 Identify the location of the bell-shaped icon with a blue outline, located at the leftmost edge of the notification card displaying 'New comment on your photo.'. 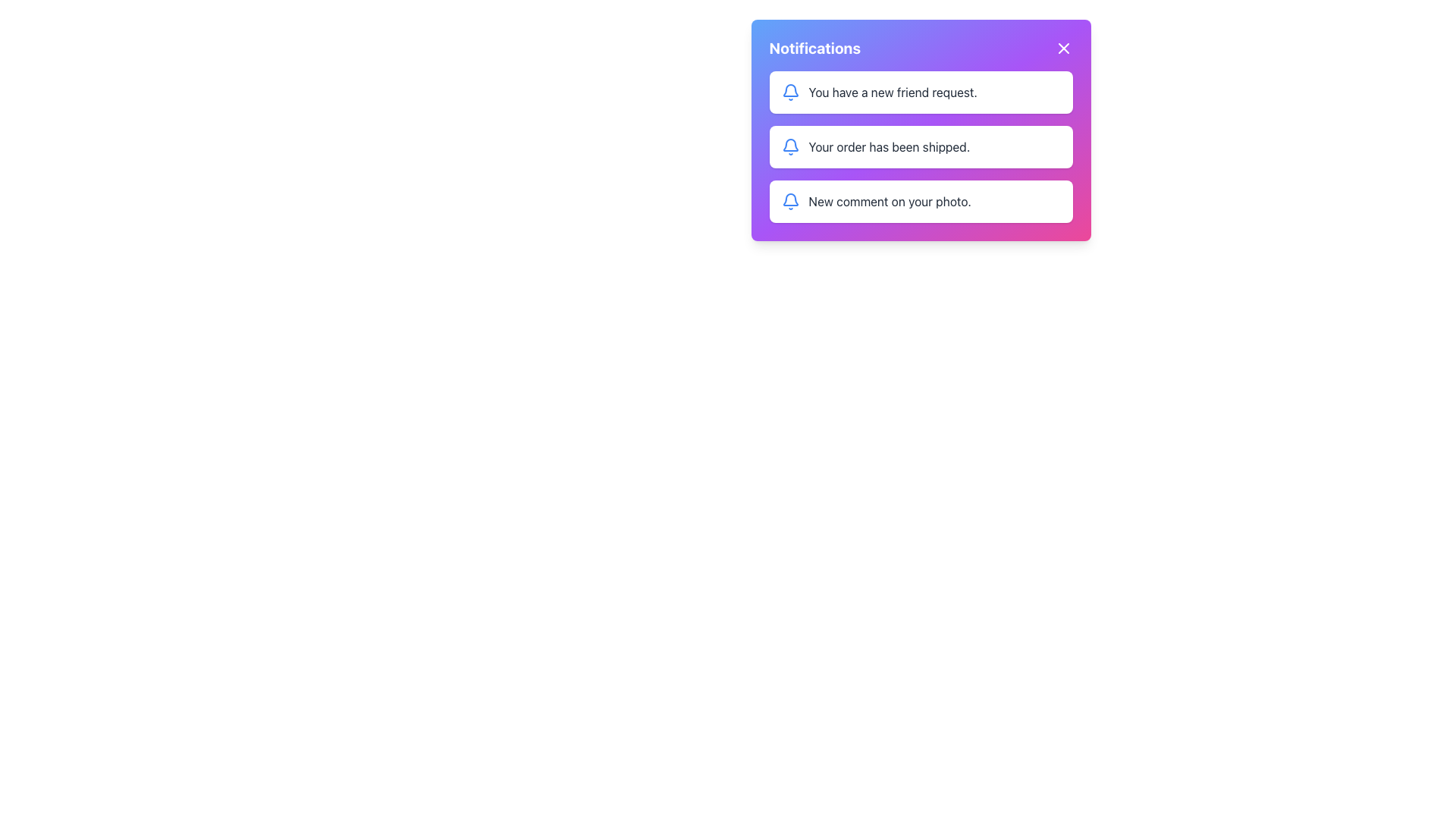
(789, 201).